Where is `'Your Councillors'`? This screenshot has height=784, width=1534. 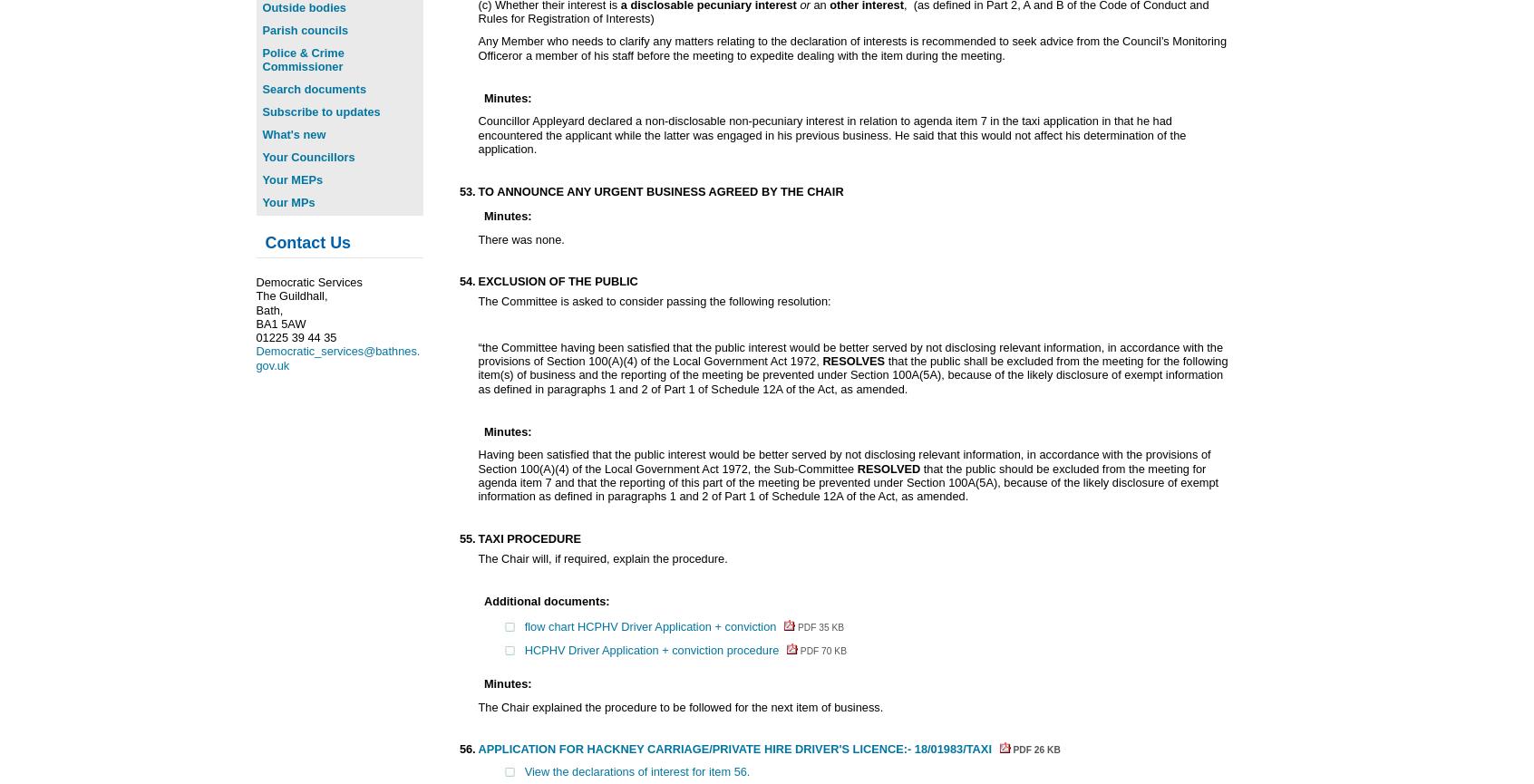 'Your Councillors' is located at coordinates (306, 155).